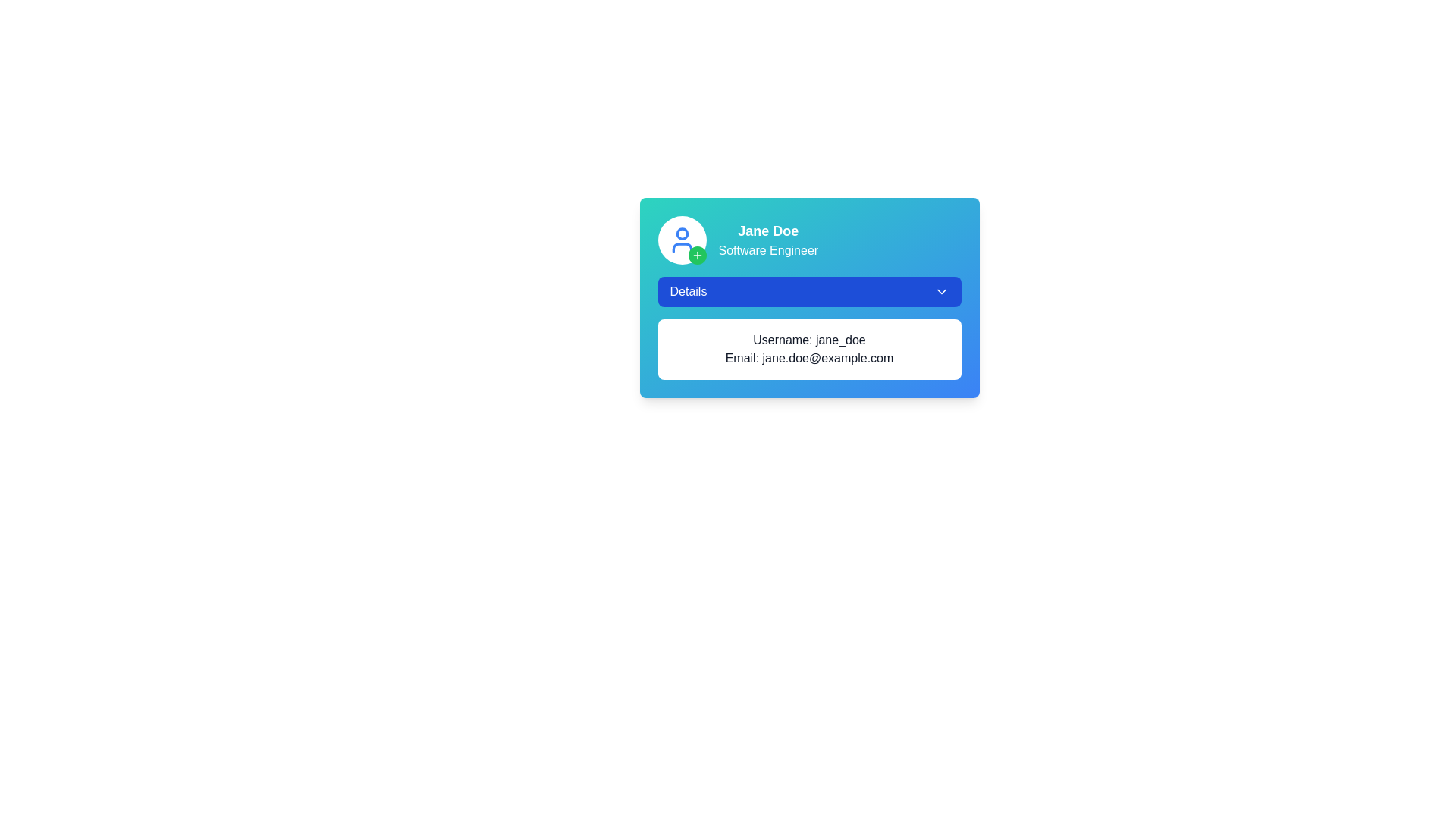 Image resolution: width=1456 pixels, height=819 pixels. Describe the element at coordinates (681, 234) in the screenshot. I see `the small circle element that resembles the head of a user icon, which is located at the top-center of the user profile graphical representation` at that location.